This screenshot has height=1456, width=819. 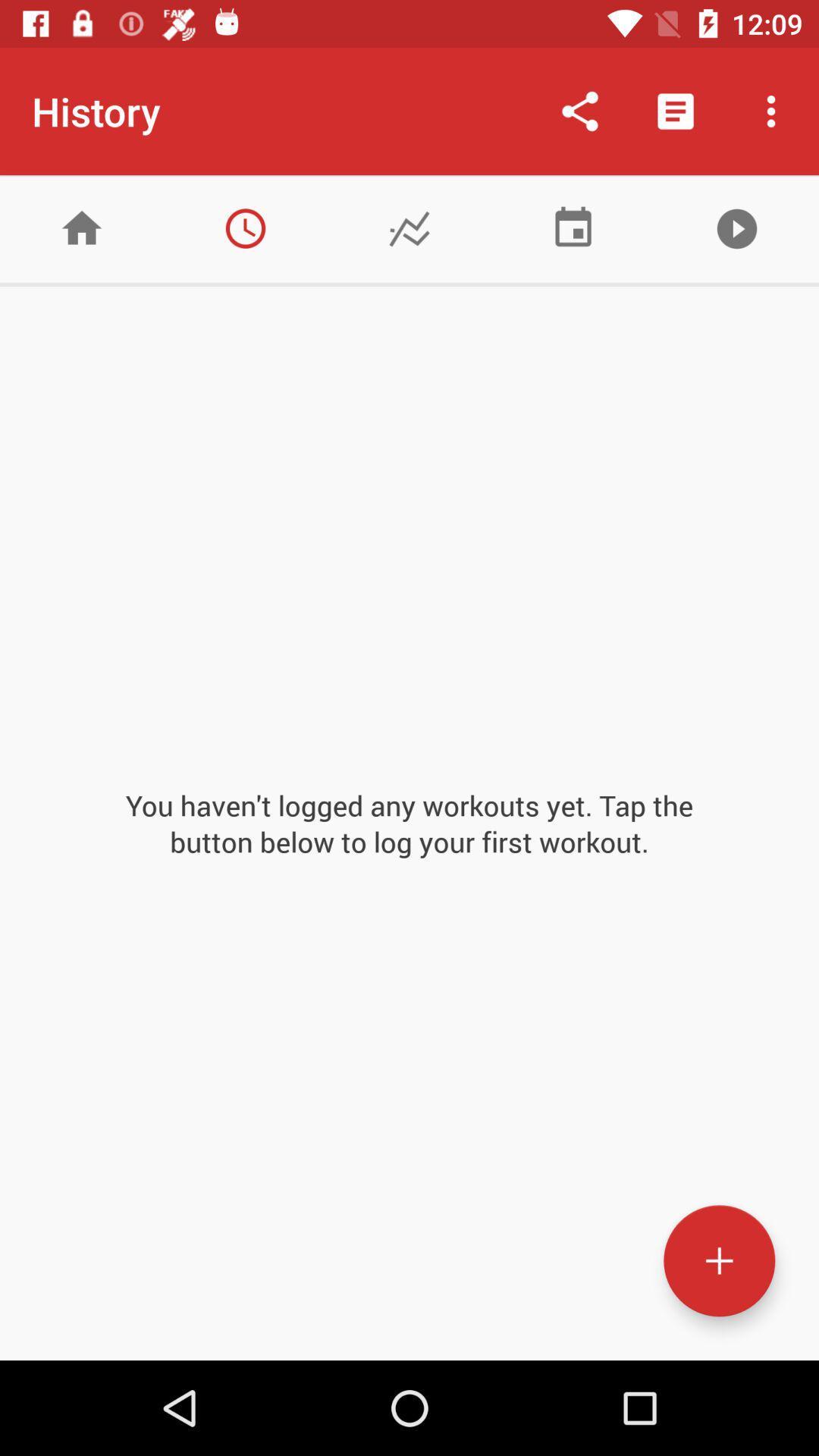 I want to click on workout entry, so click(x=718, y=1260).